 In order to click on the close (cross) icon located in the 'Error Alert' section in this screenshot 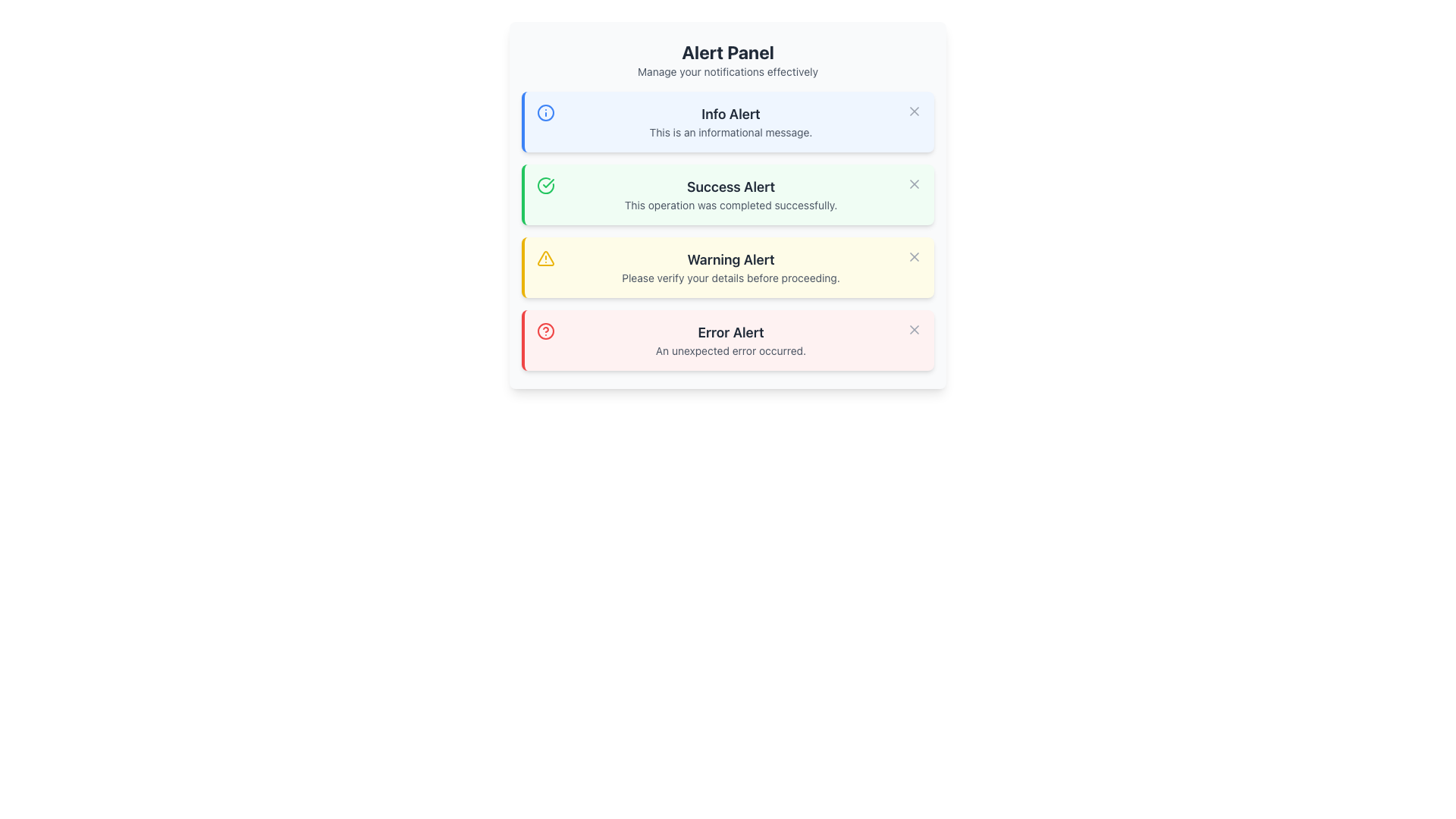, I will do `click(913, 329)`.